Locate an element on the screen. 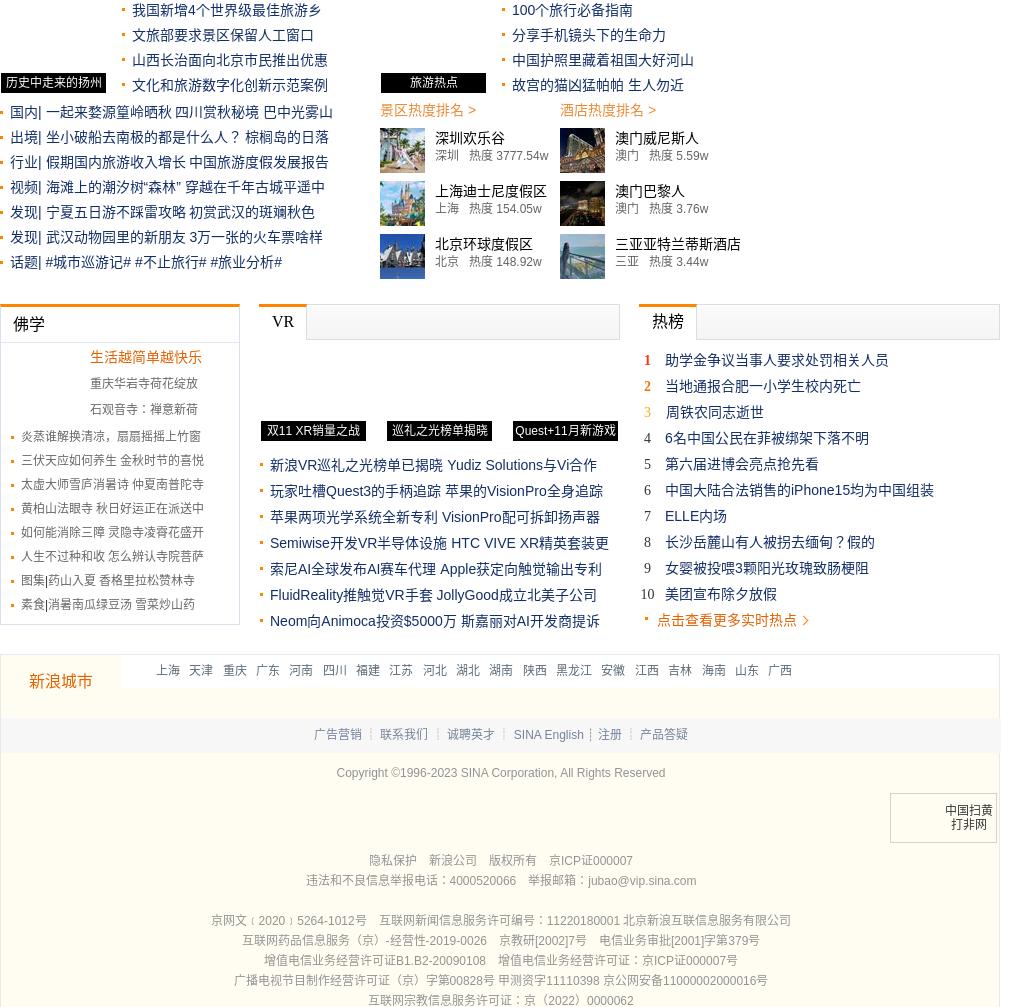 The image size is (1020, 1007). '酒店热度排名 >' is located at coordinates (607, 109).